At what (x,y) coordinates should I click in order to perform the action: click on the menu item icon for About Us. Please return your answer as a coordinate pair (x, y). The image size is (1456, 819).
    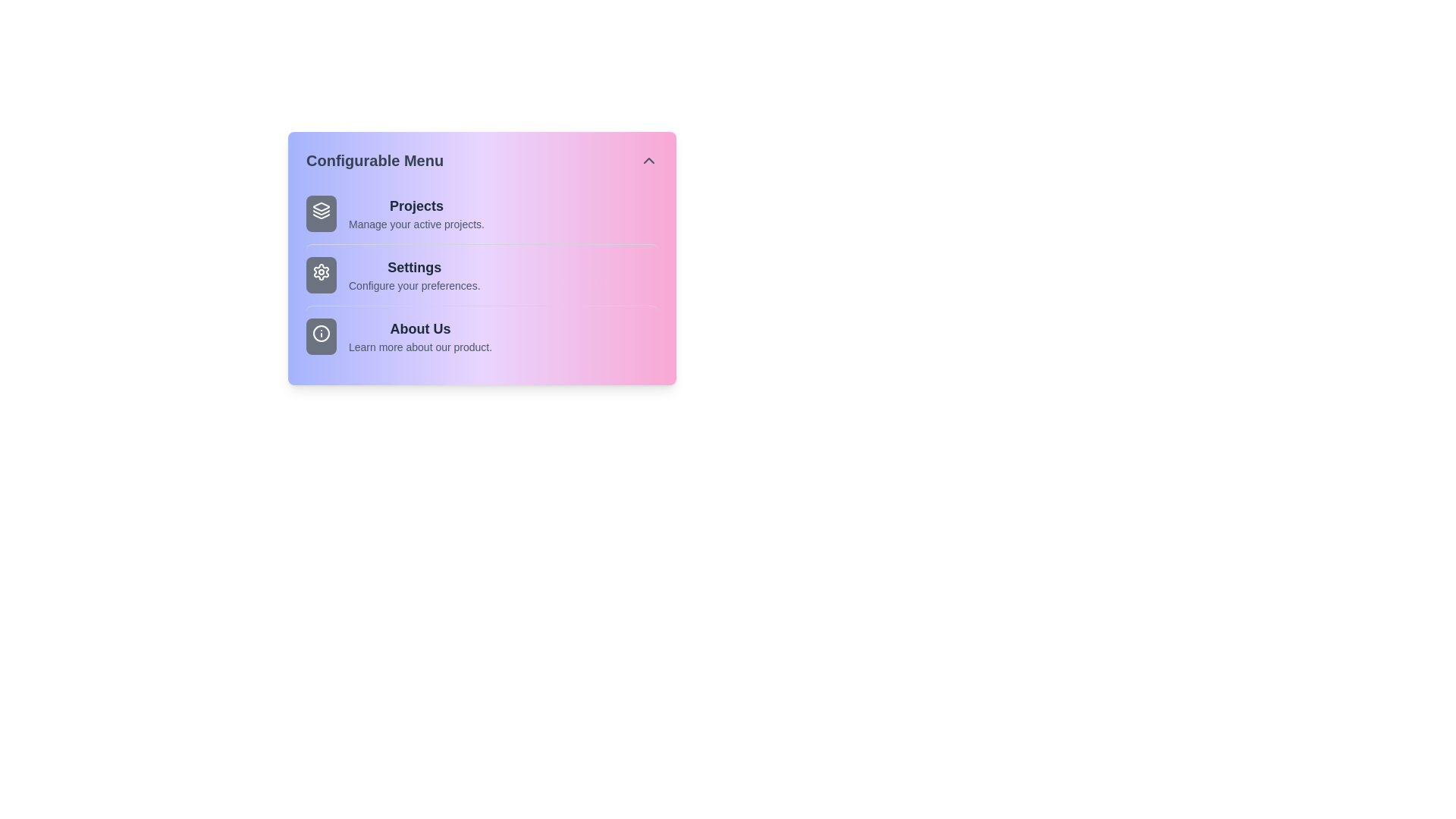
    Looking at the image, I should click on (320, 335).